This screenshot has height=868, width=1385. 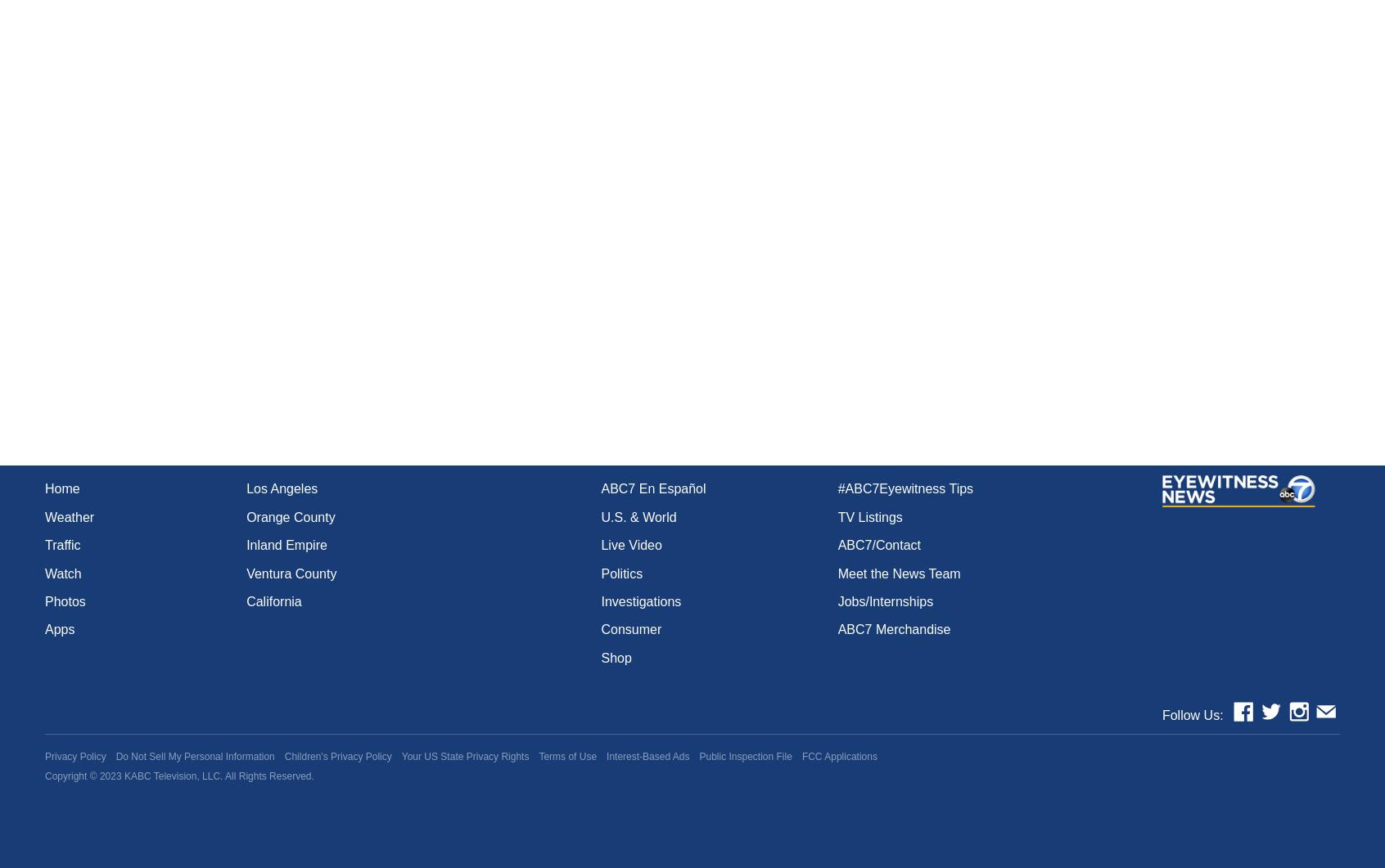 I want to click on 'Your US State Privacy Rights', so click(x=464, y=755).